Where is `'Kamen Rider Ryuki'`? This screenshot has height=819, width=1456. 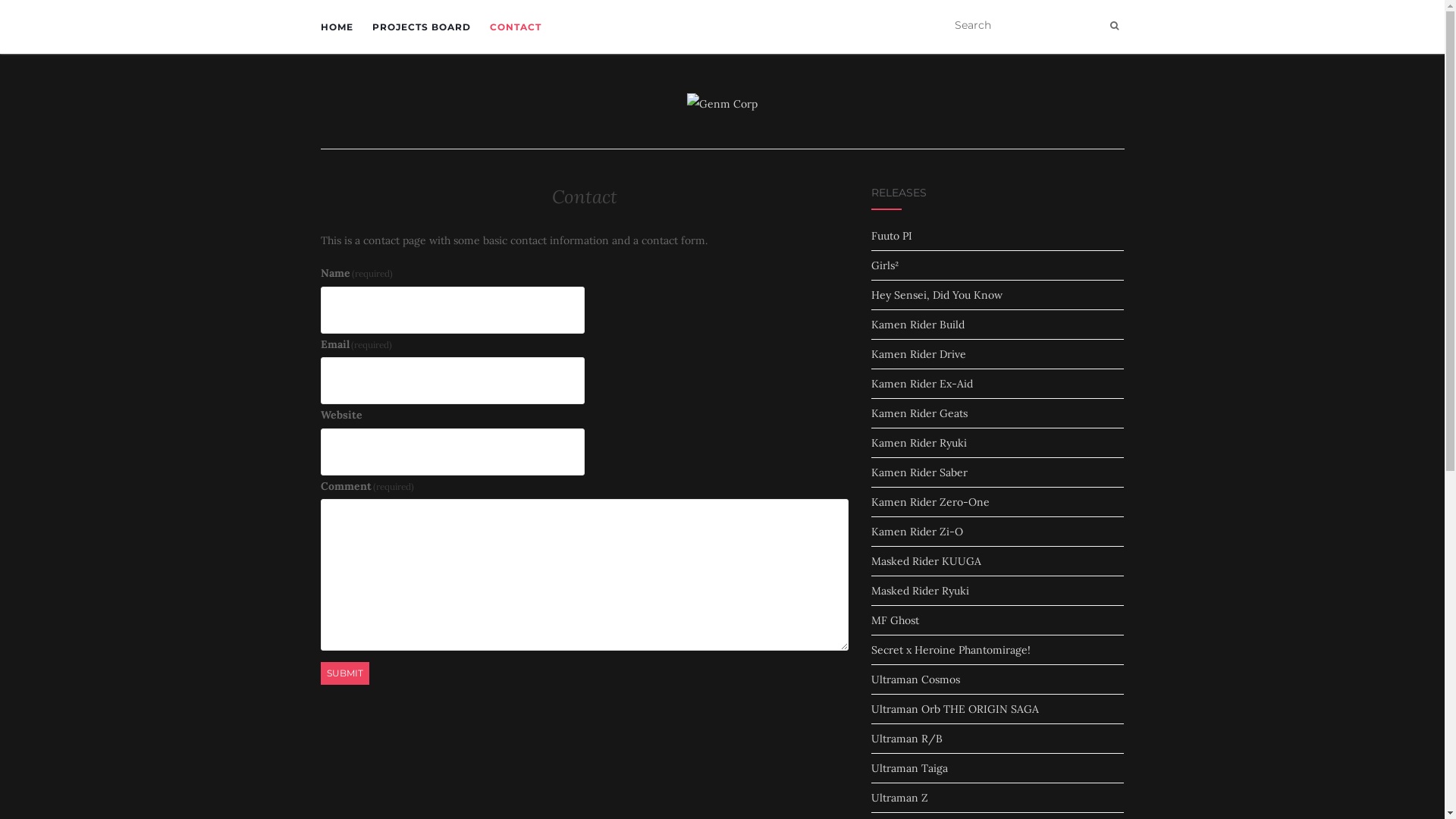
'Kamen Rider Ryuki' is located at coordinates (918, 442).